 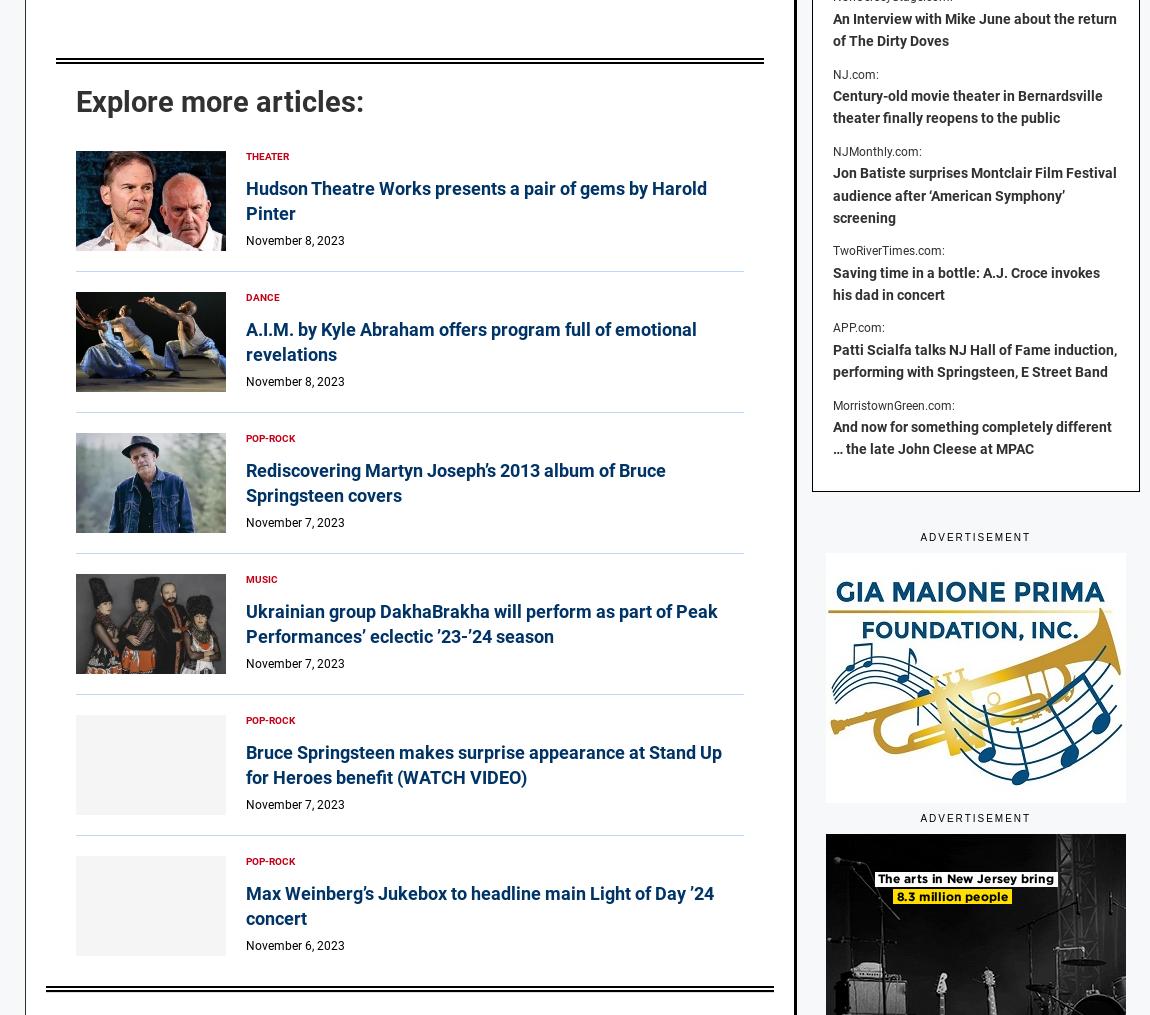 I want to click on 'Dance', so click(x=262, y=295).